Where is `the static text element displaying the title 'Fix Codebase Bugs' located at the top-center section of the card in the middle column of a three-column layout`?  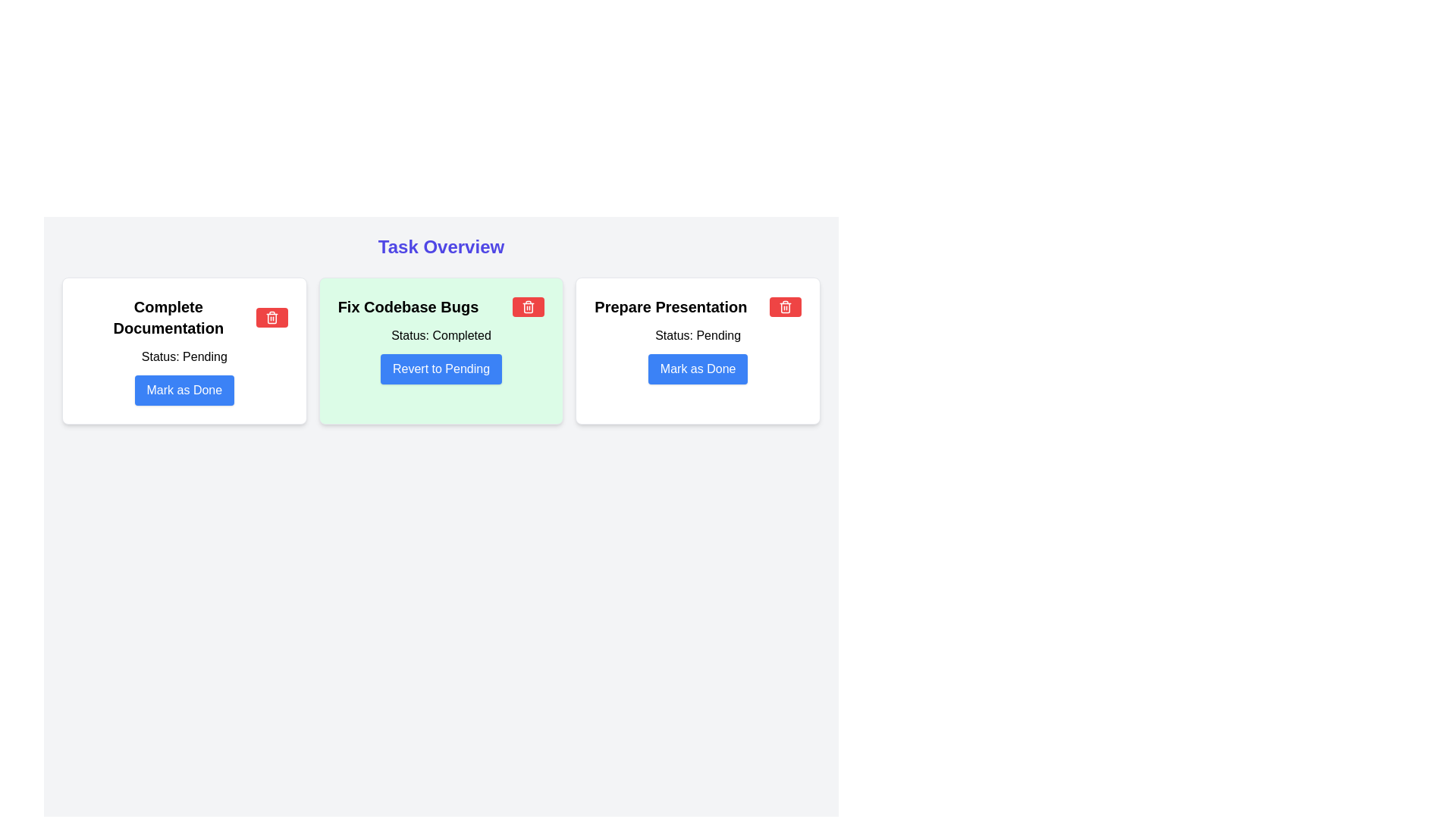 the static text element displaying the title 'Fix Codebase Bugs' located at the top-center section of the card in the middle column of a three-column layout is located at coordinates (440, 307).